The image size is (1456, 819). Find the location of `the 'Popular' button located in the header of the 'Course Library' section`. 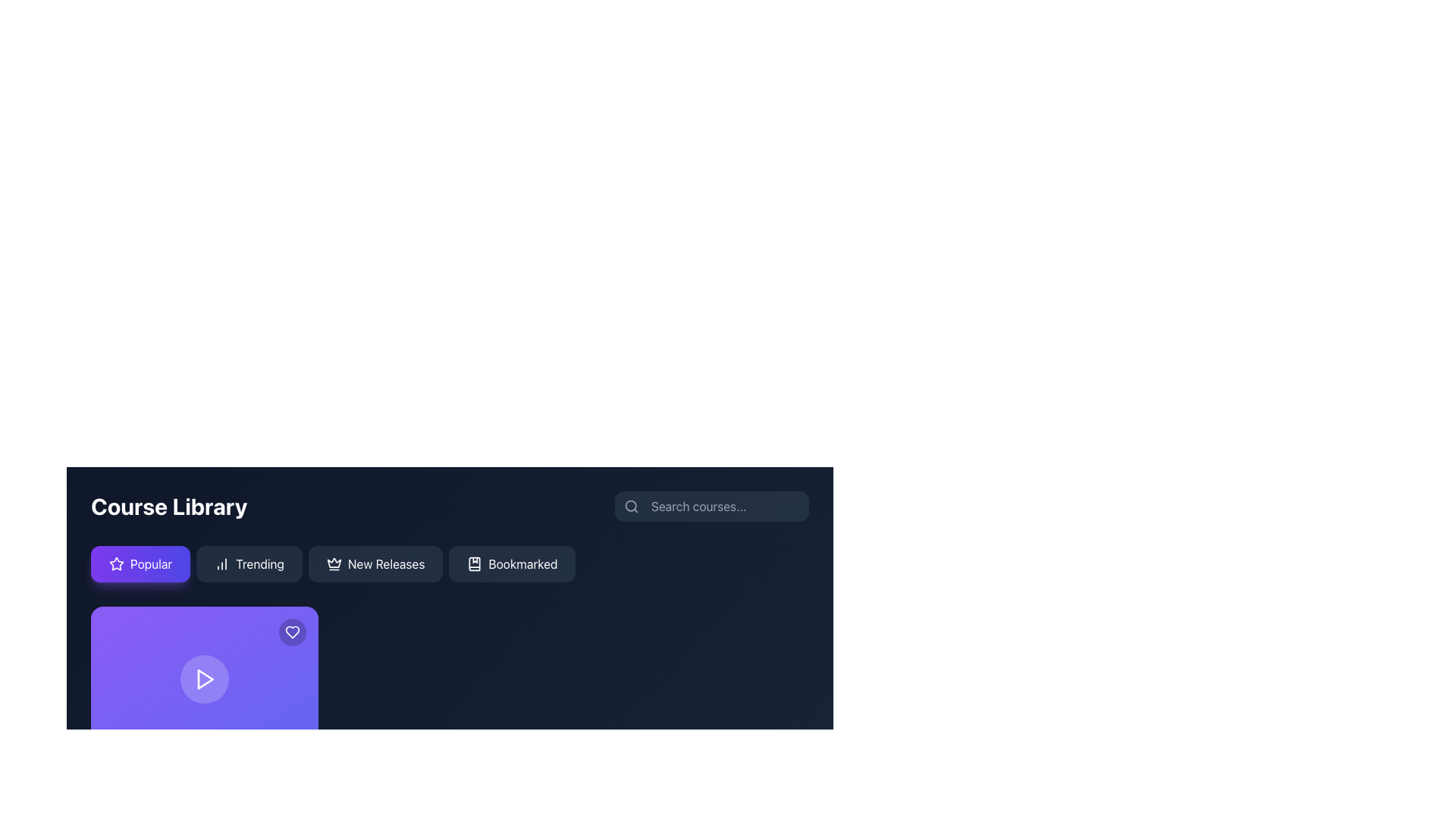

the 'Popular' button located in the header of the 'Course Library' section is located at coordinates (140, 564).